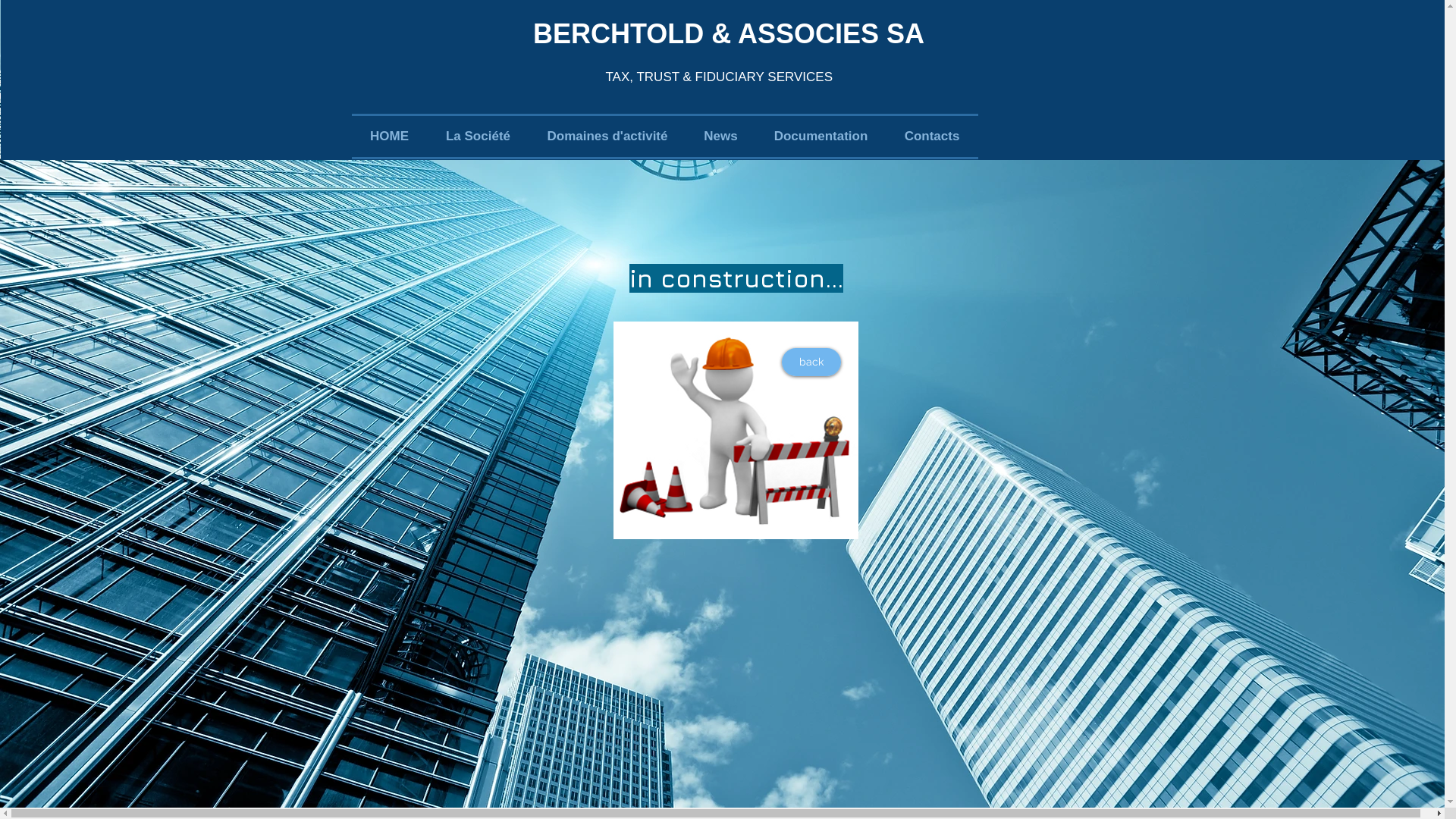 Image resolution: width=1456 pixels, height=819 pixels. I want to click on 'Contacts', so click(930, 136).